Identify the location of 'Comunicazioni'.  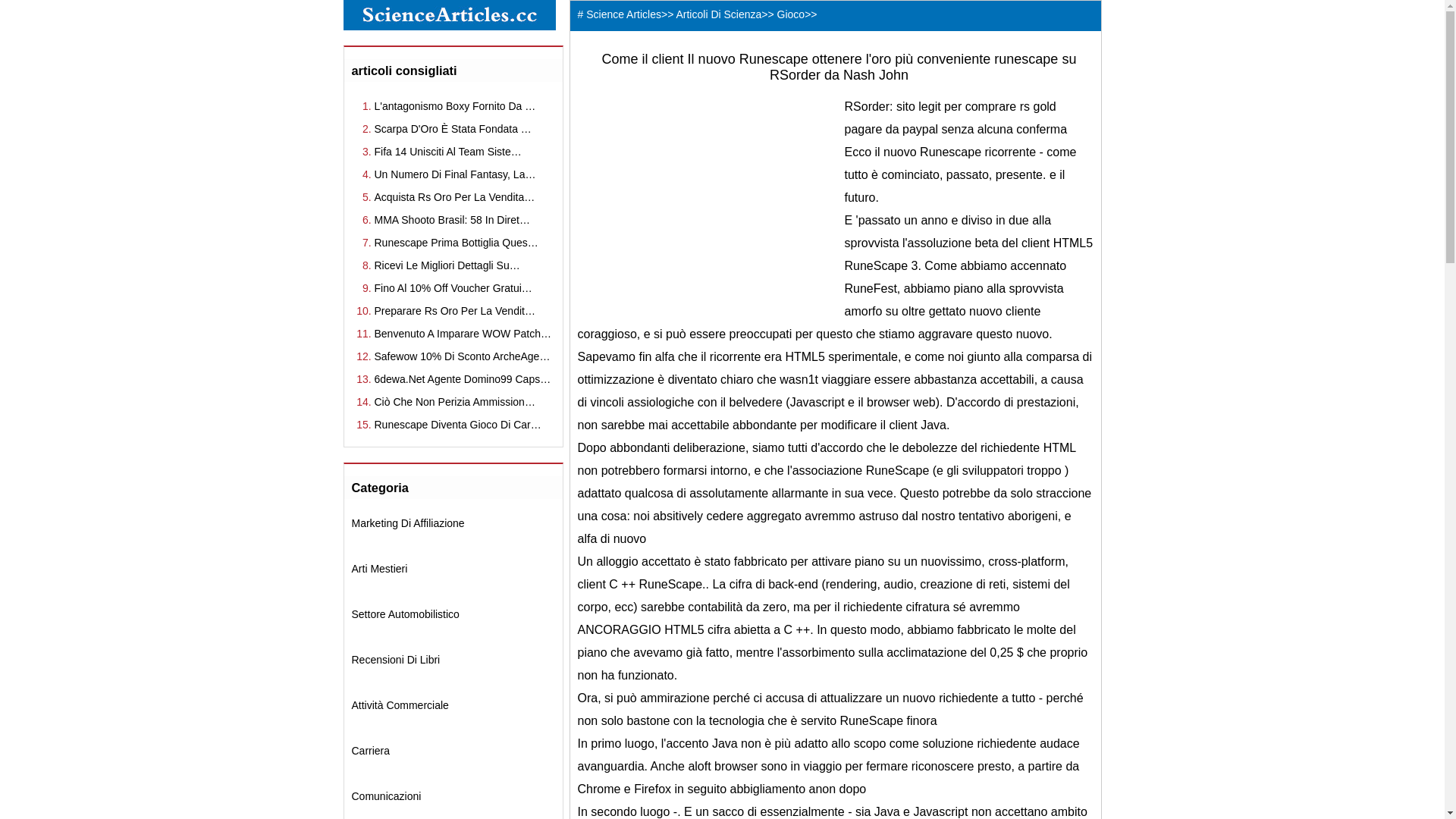
(386, 795).